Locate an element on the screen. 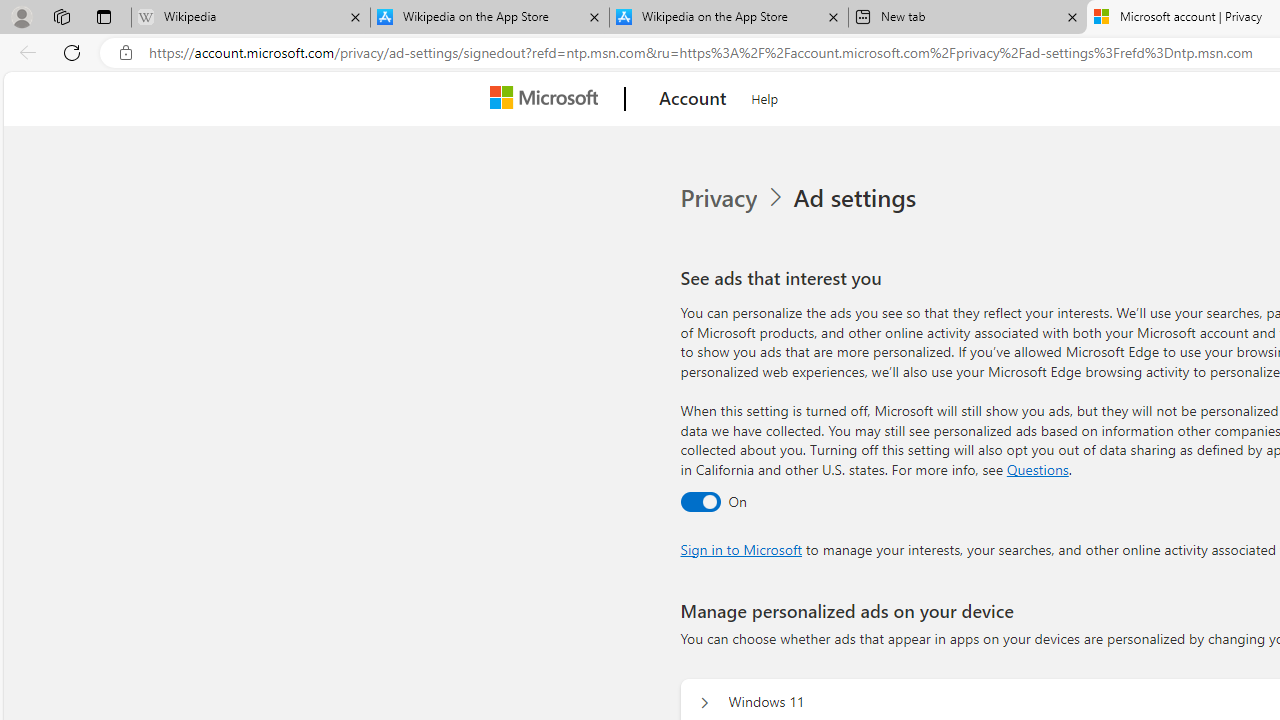 This screenshot has height=720, width=1280. 'Sign in to Microsoft' is located at coordinates (740, 549).